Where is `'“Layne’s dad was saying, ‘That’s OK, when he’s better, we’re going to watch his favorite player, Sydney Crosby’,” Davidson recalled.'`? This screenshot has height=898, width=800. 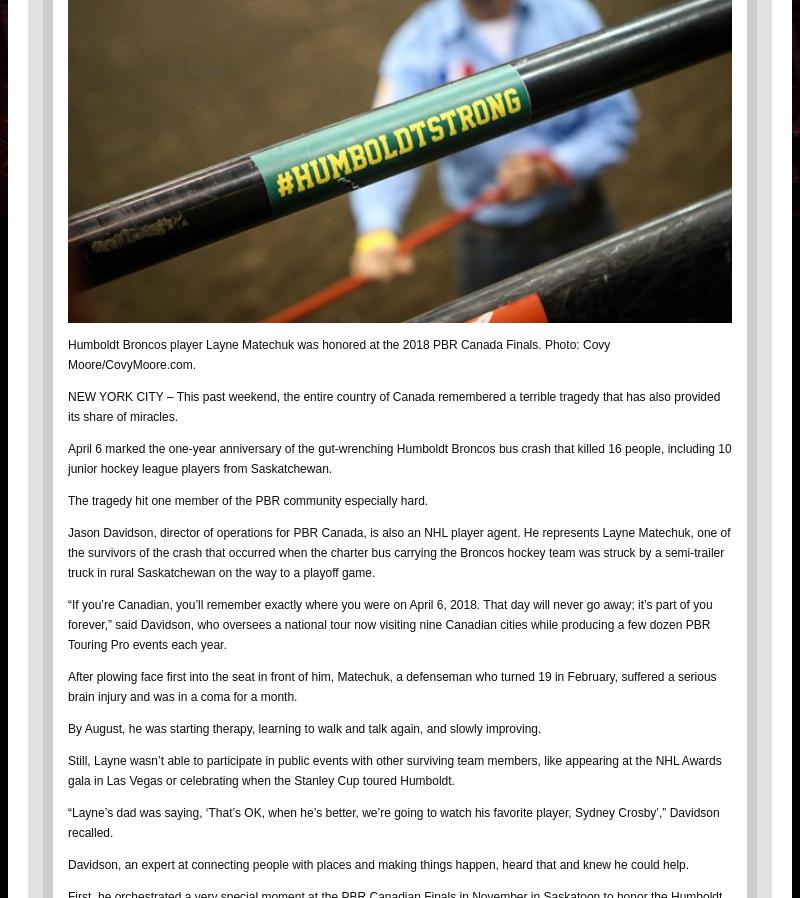 '“Layne’s dad was saying, ‘That’s OK, when he’s better, we’re going to watch his favorite player, Sydney Crosby’,” Davidson recalled.' is located at coordinates (68, 822).